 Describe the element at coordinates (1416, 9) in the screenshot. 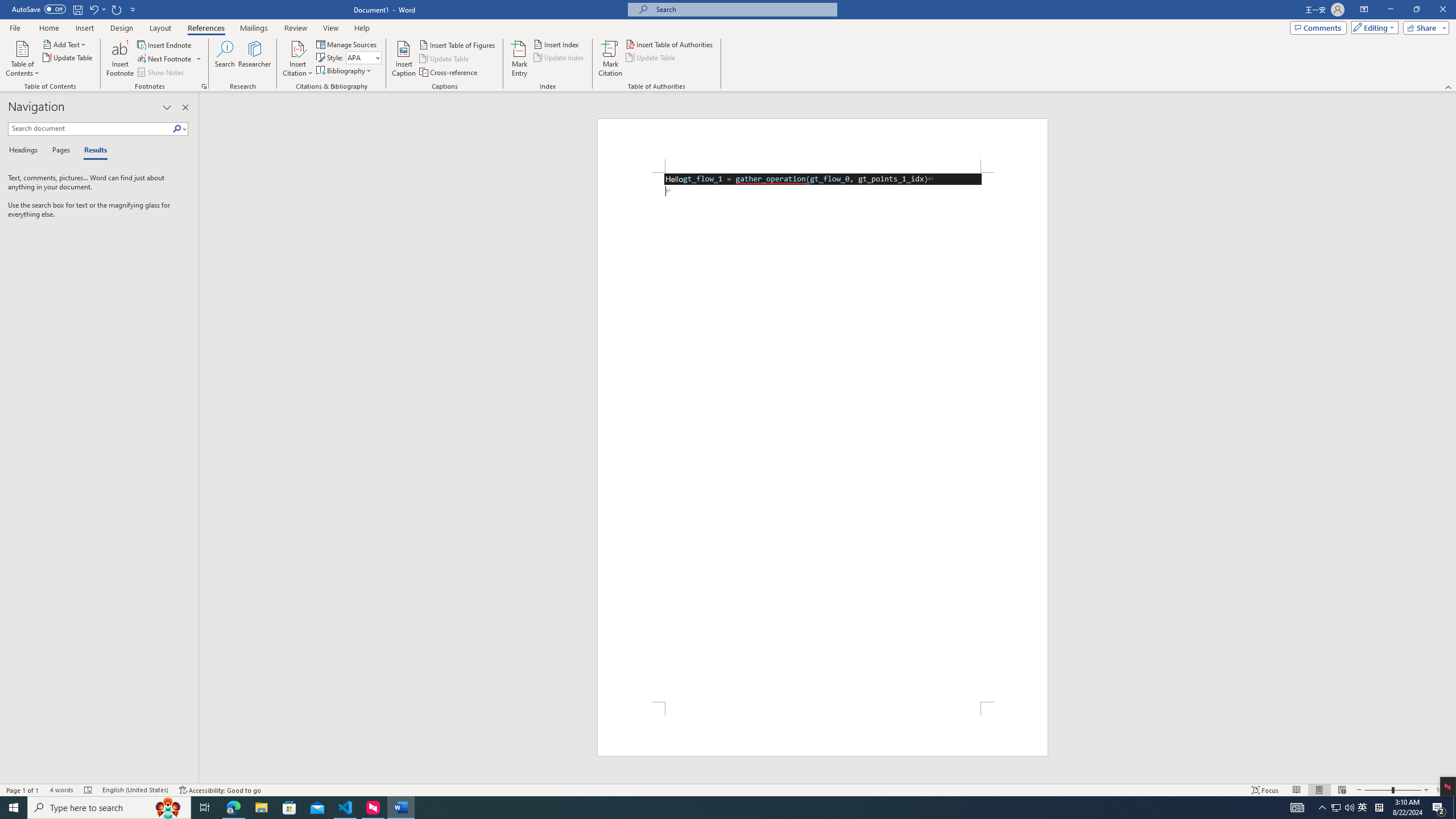

I see `'Restore Down'` at that location.